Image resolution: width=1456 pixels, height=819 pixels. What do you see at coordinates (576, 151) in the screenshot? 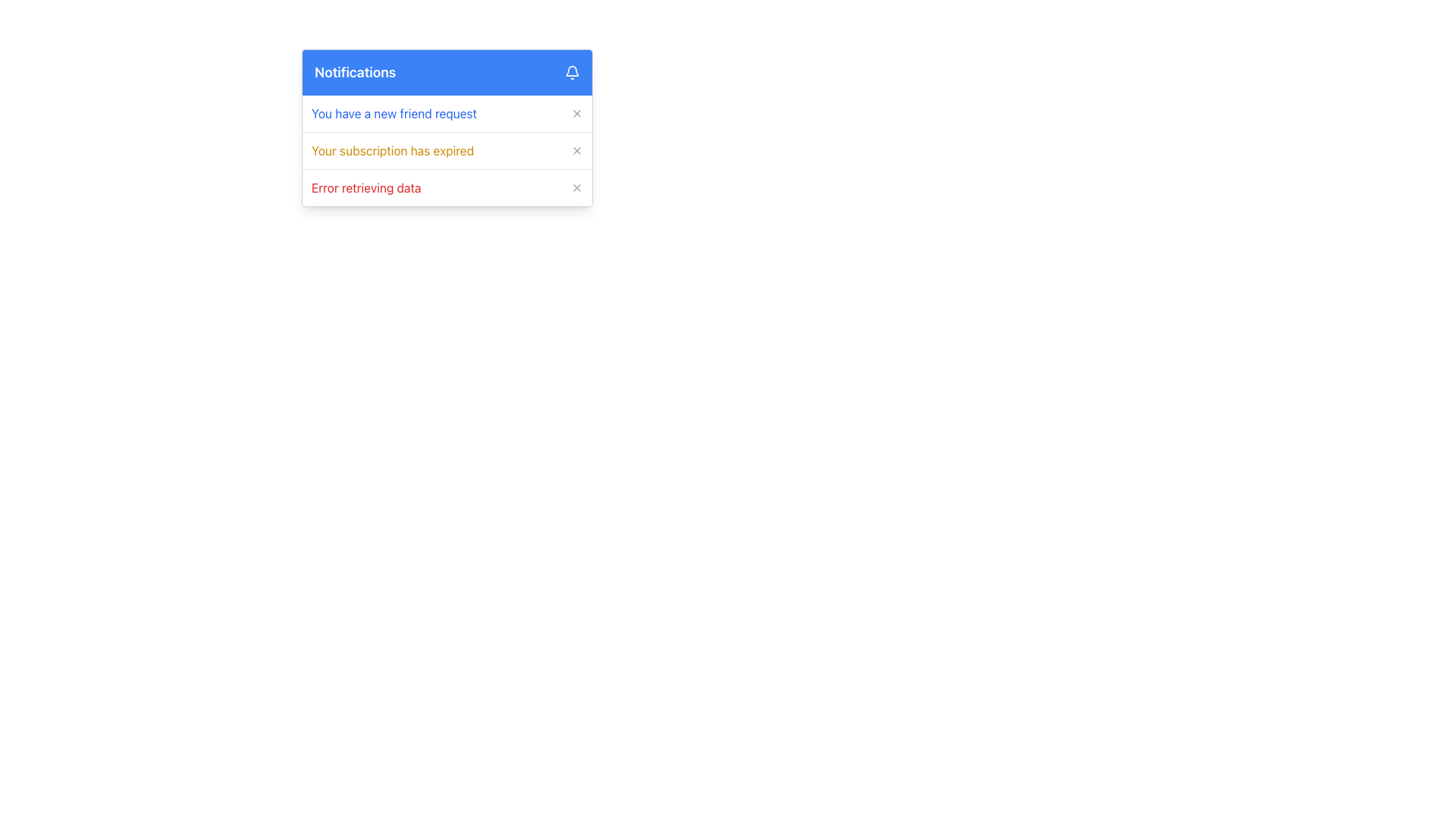
I see `the dismiss button located on the right side of the notification bar displaying the message 'Your subscription has expired.'` at bounding box center [576, 151].